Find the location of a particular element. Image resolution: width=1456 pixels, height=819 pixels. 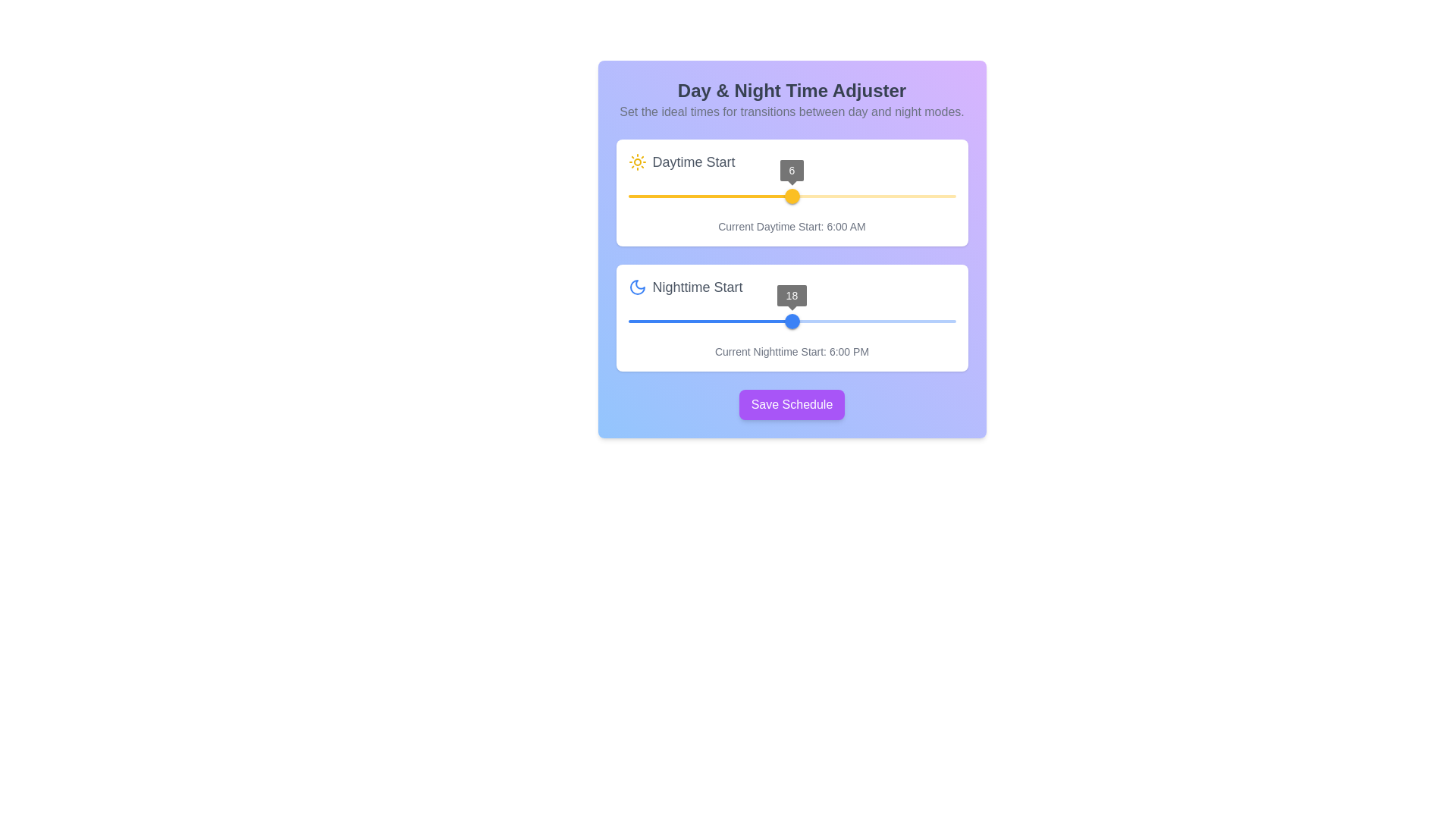

the daytime start is located at coordinates (874, 195).